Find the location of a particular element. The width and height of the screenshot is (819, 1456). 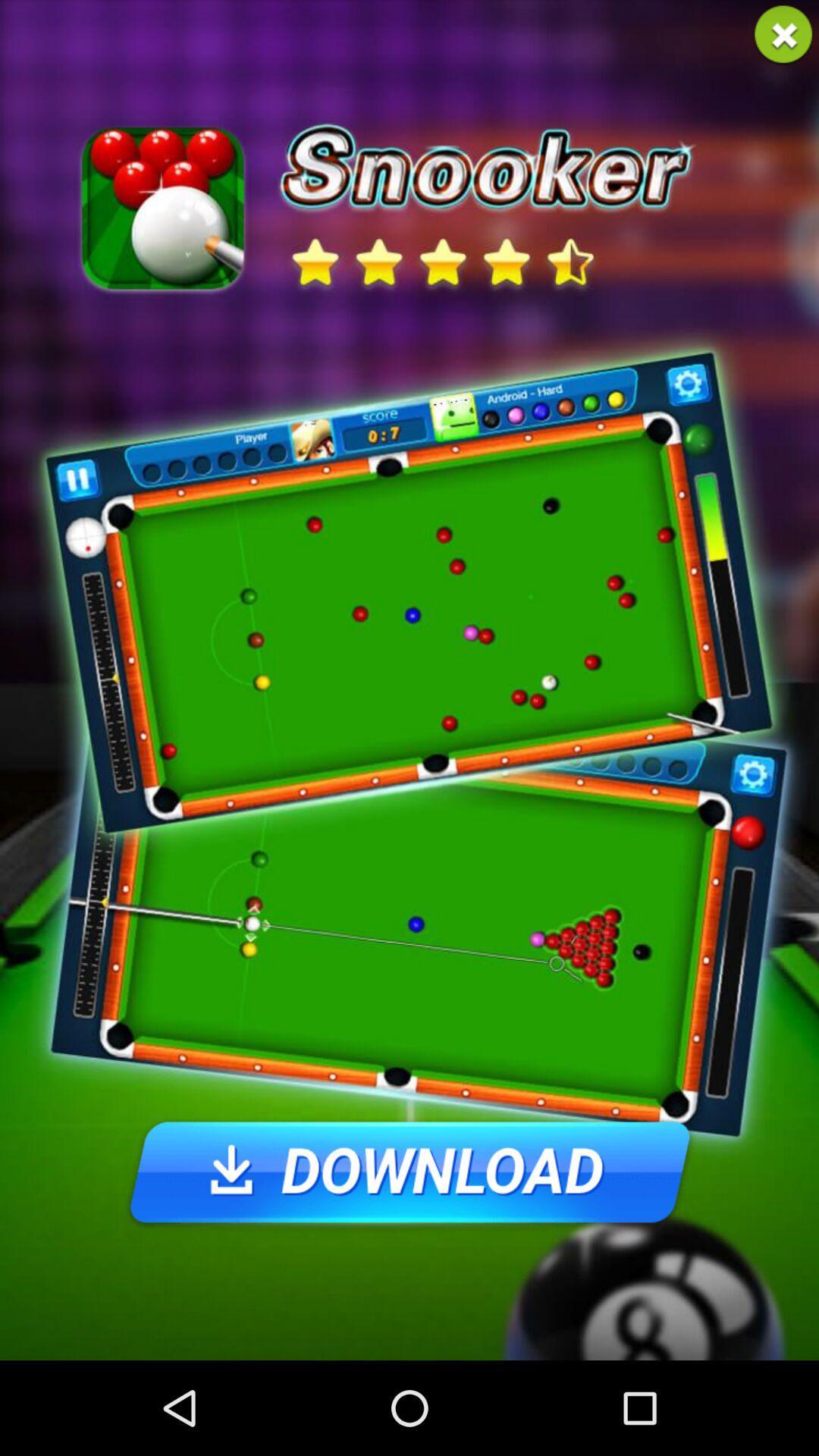

open popup is located at coordinates (783, 35).